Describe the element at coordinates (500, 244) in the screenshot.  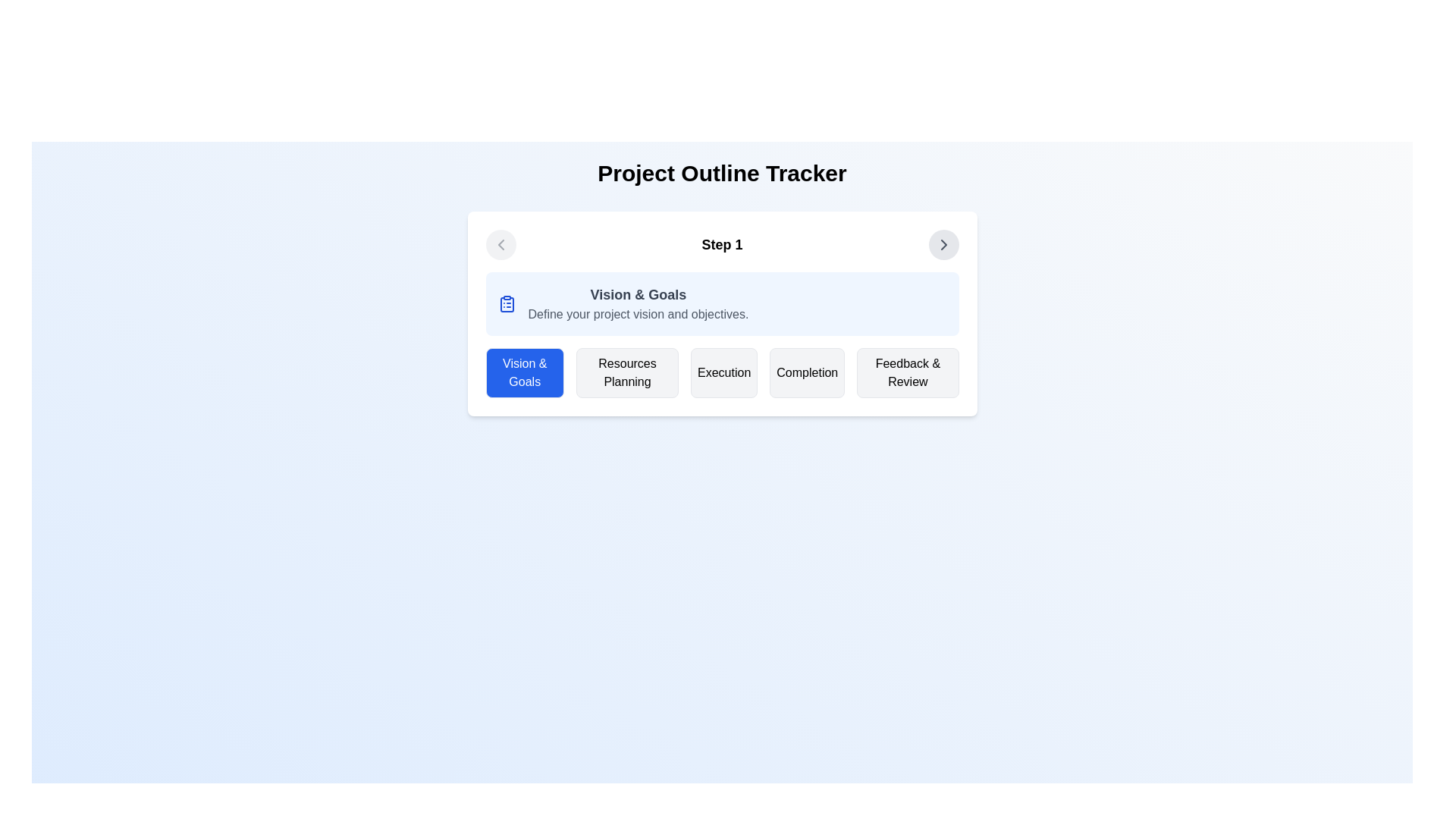
I see `the navigational chevron icon located in the top-left corner of a card` at that location.